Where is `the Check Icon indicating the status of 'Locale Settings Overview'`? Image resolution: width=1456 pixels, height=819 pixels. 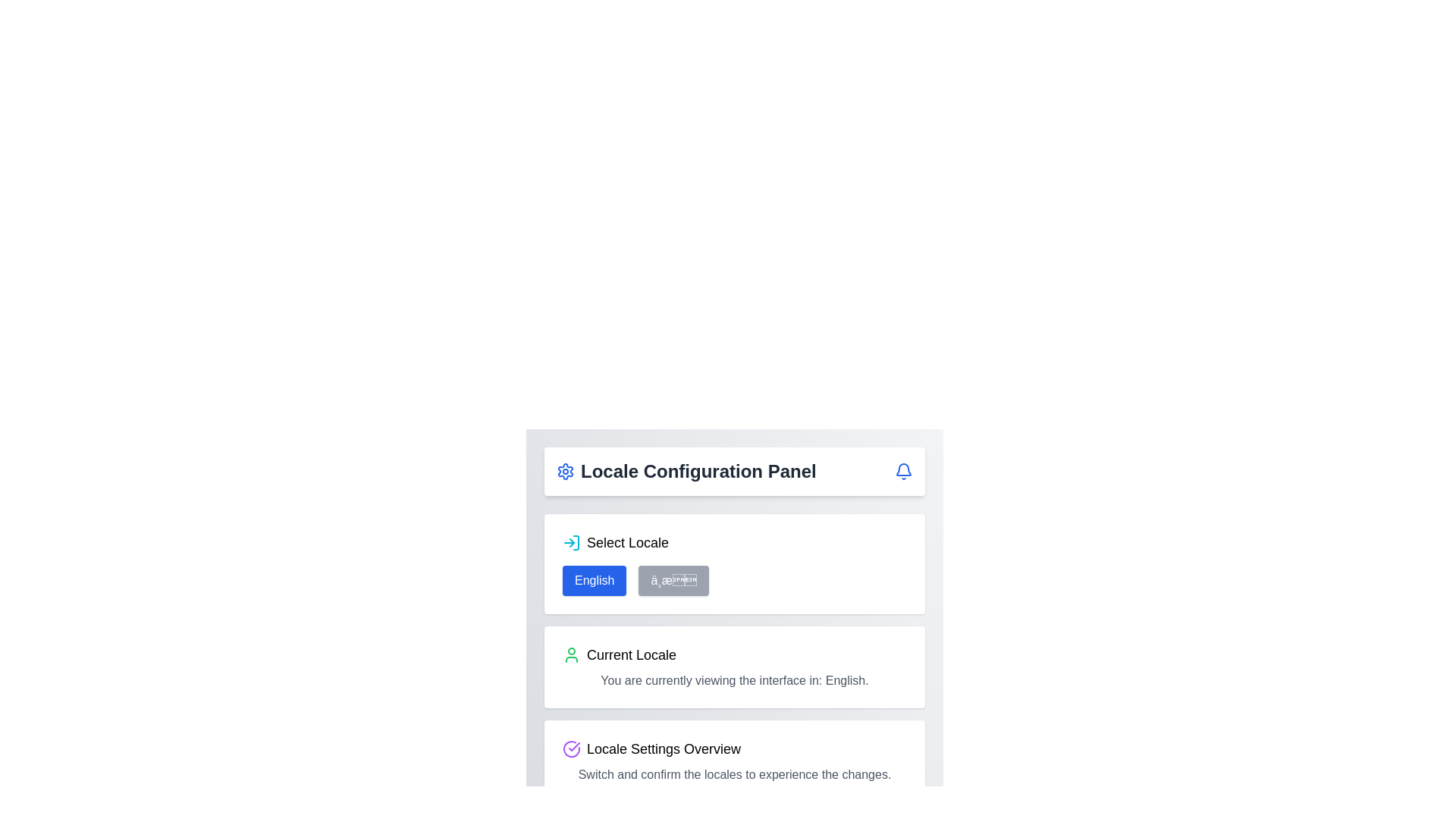
the Check Icon indicating the status of 'Locale Settings Overview' is located at coordinates (570, 748).